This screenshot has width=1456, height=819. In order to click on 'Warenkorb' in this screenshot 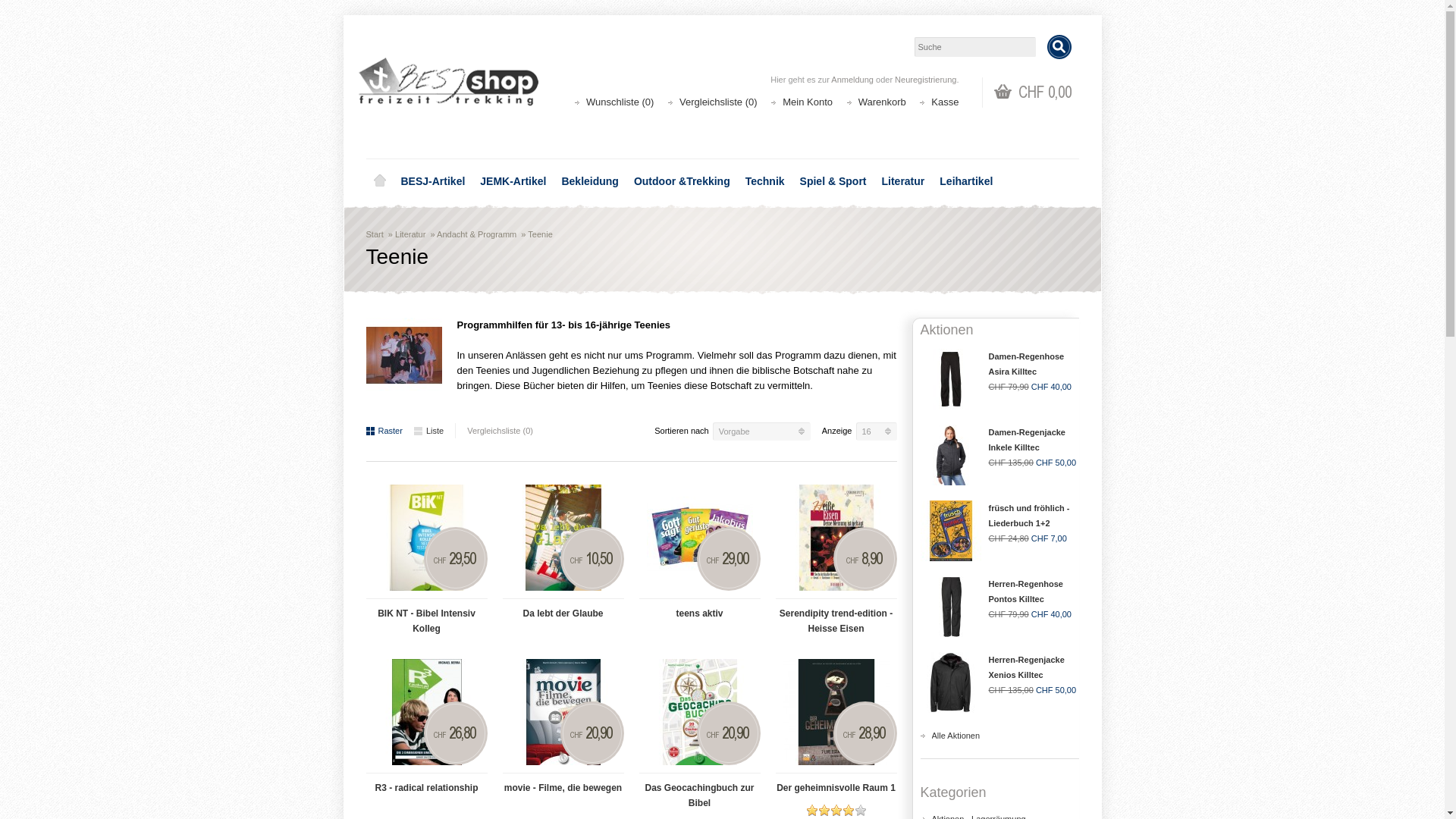, I will do `click(882, 102)`.